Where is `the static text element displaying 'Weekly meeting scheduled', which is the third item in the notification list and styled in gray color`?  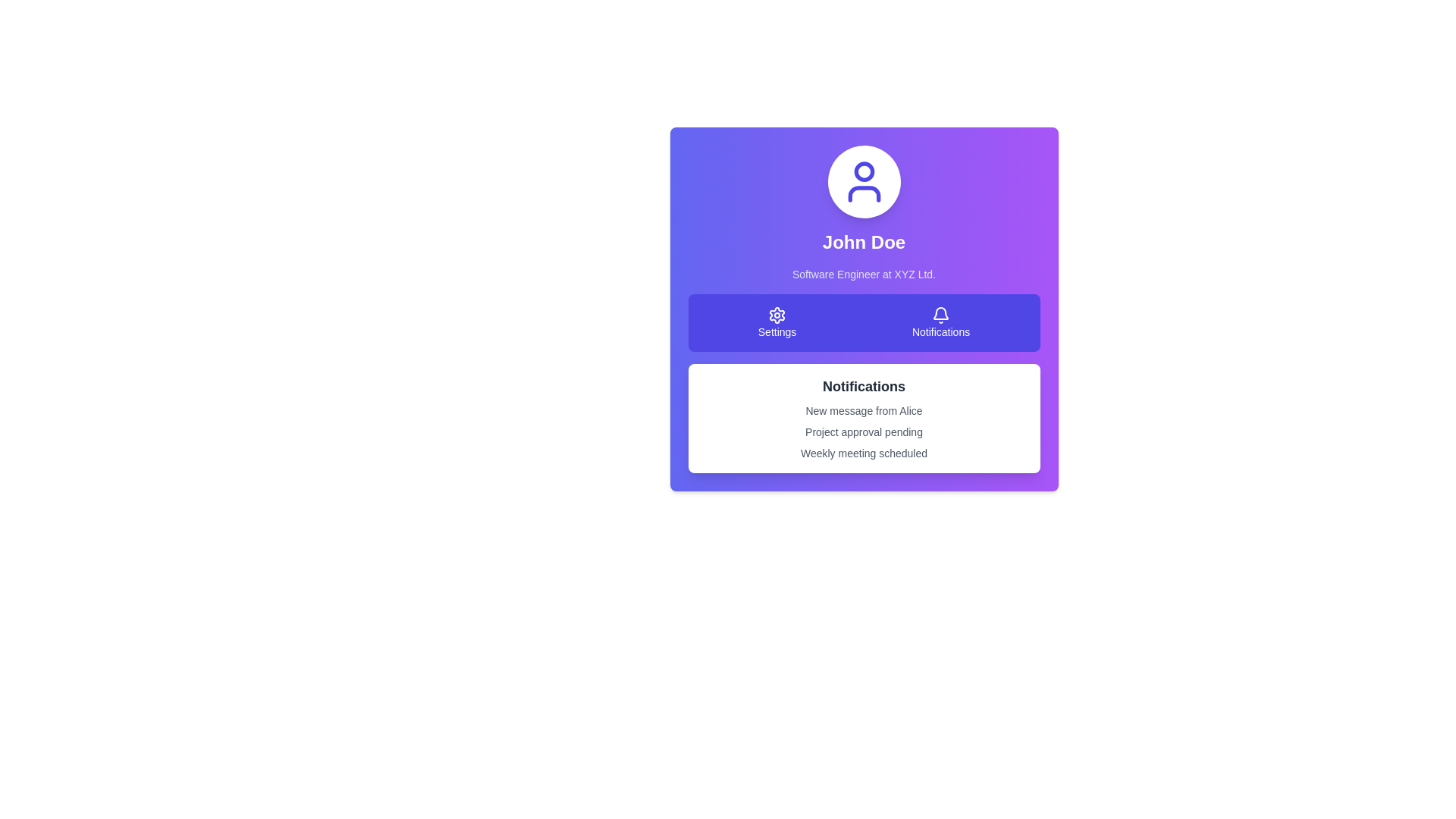 the static text element displaying 'Weekly meeting scheduled', which is the third item in the notification list and styled in gray color is located at coordinates (864, 452).